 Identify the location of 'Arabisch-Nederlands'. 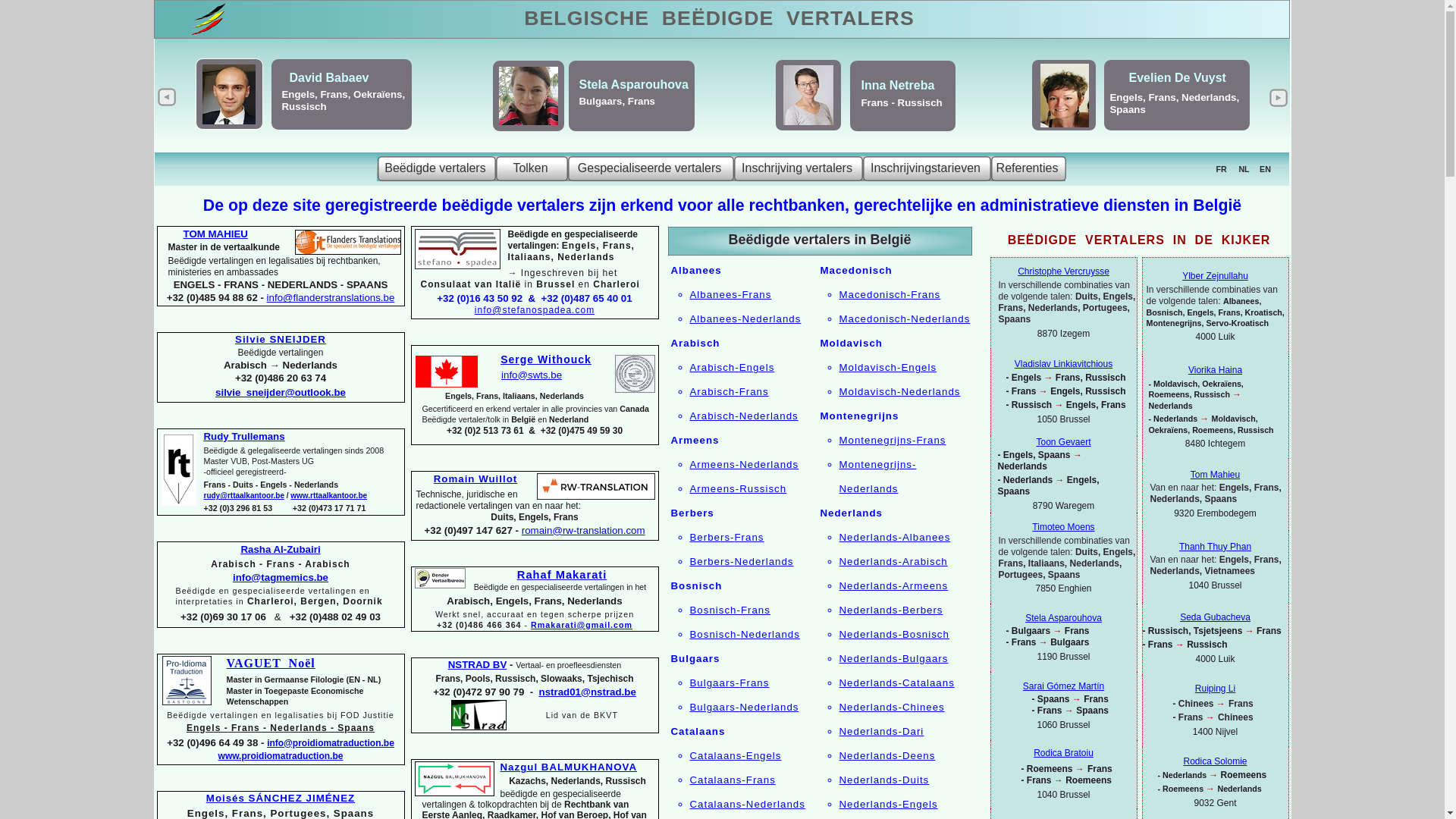
(744, 416).